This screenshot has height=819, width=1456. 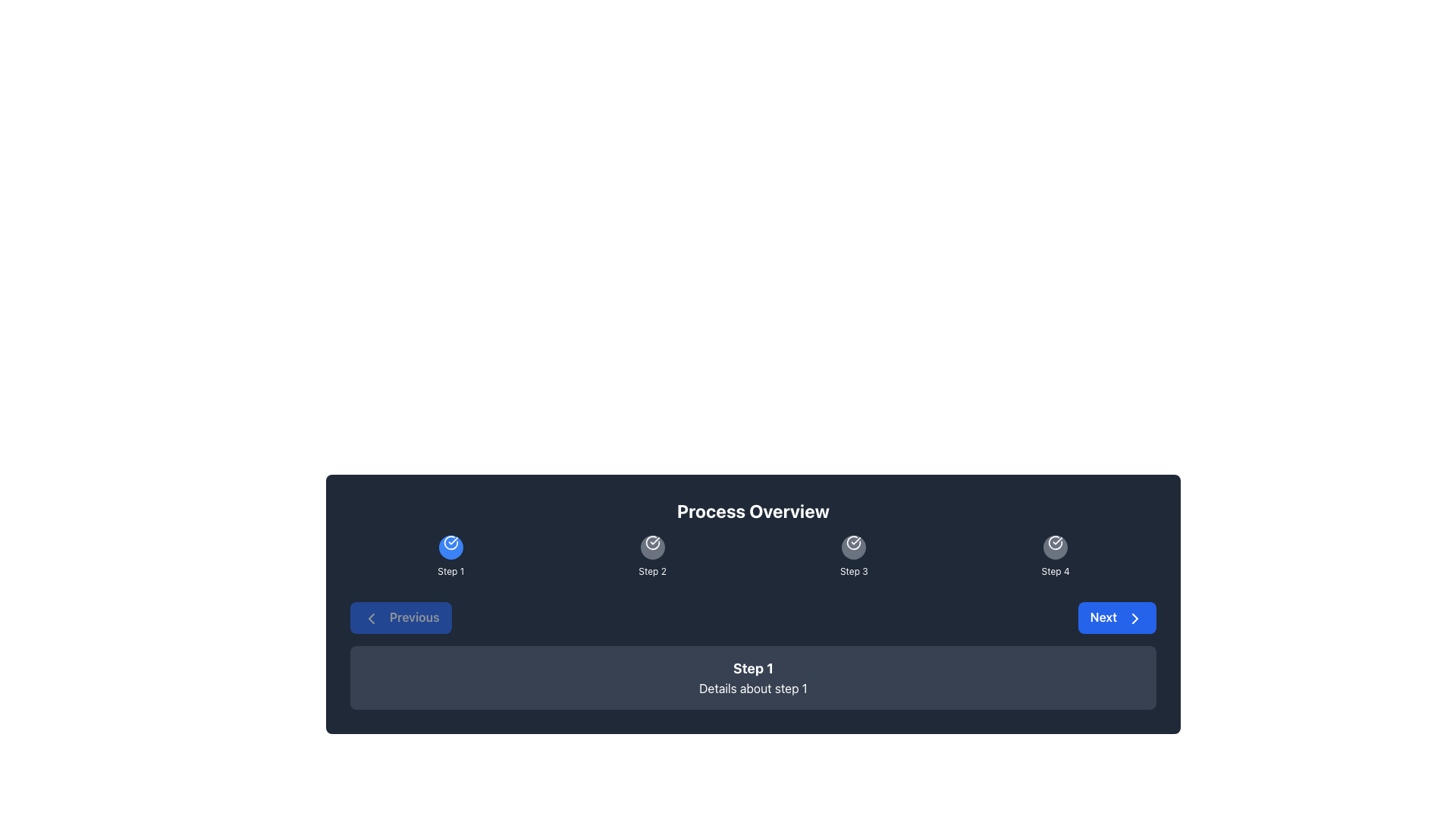 I want to click on the circular blue icon with a white checkmark that indicates a completed step, which is aligned with the text 'Step 1' below it in the progress tracker, so click(x=450, y=547).